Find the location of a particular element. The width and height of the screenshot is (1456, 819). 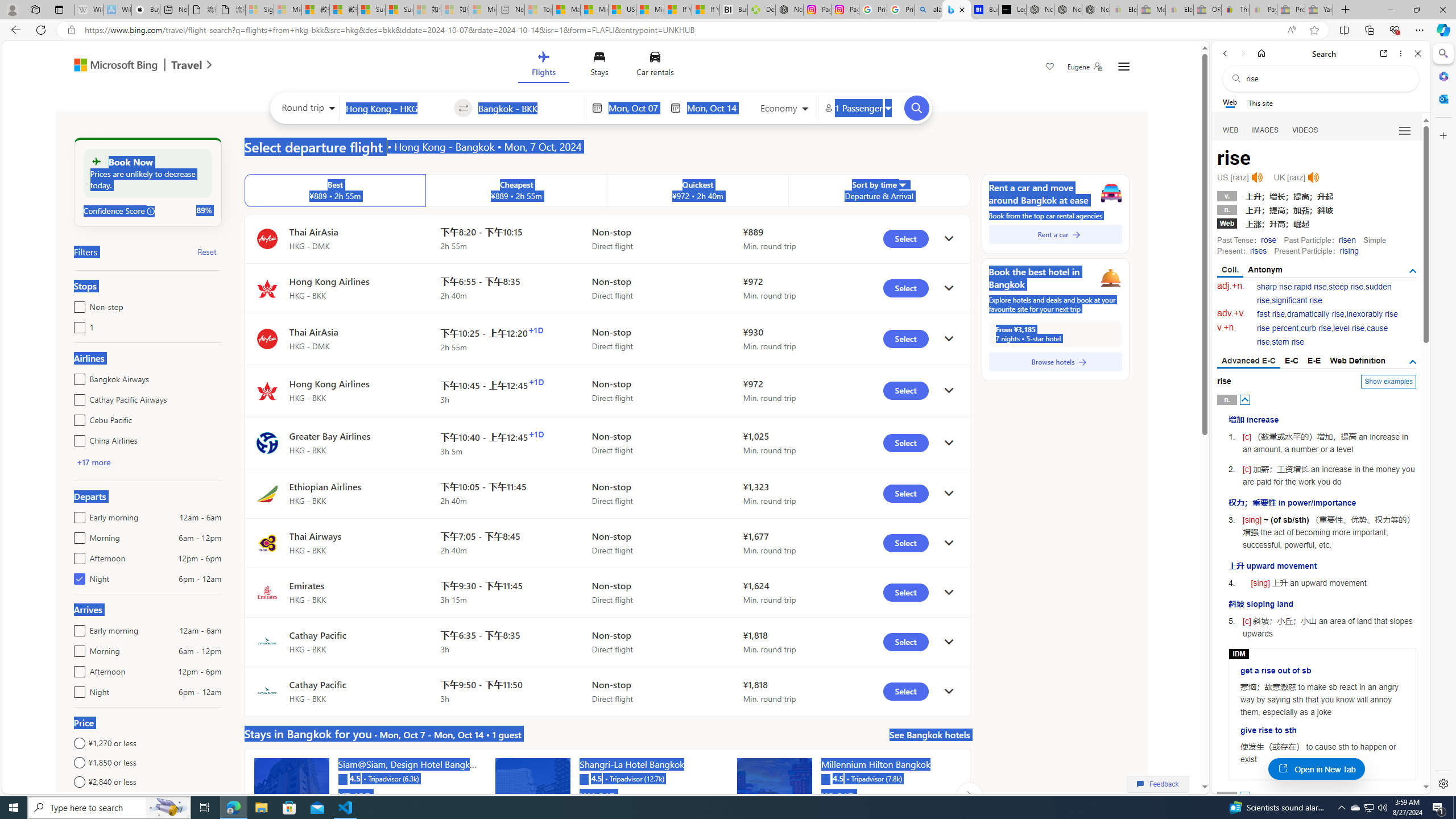

'stem rise' is located at coordinates (1287, 342).